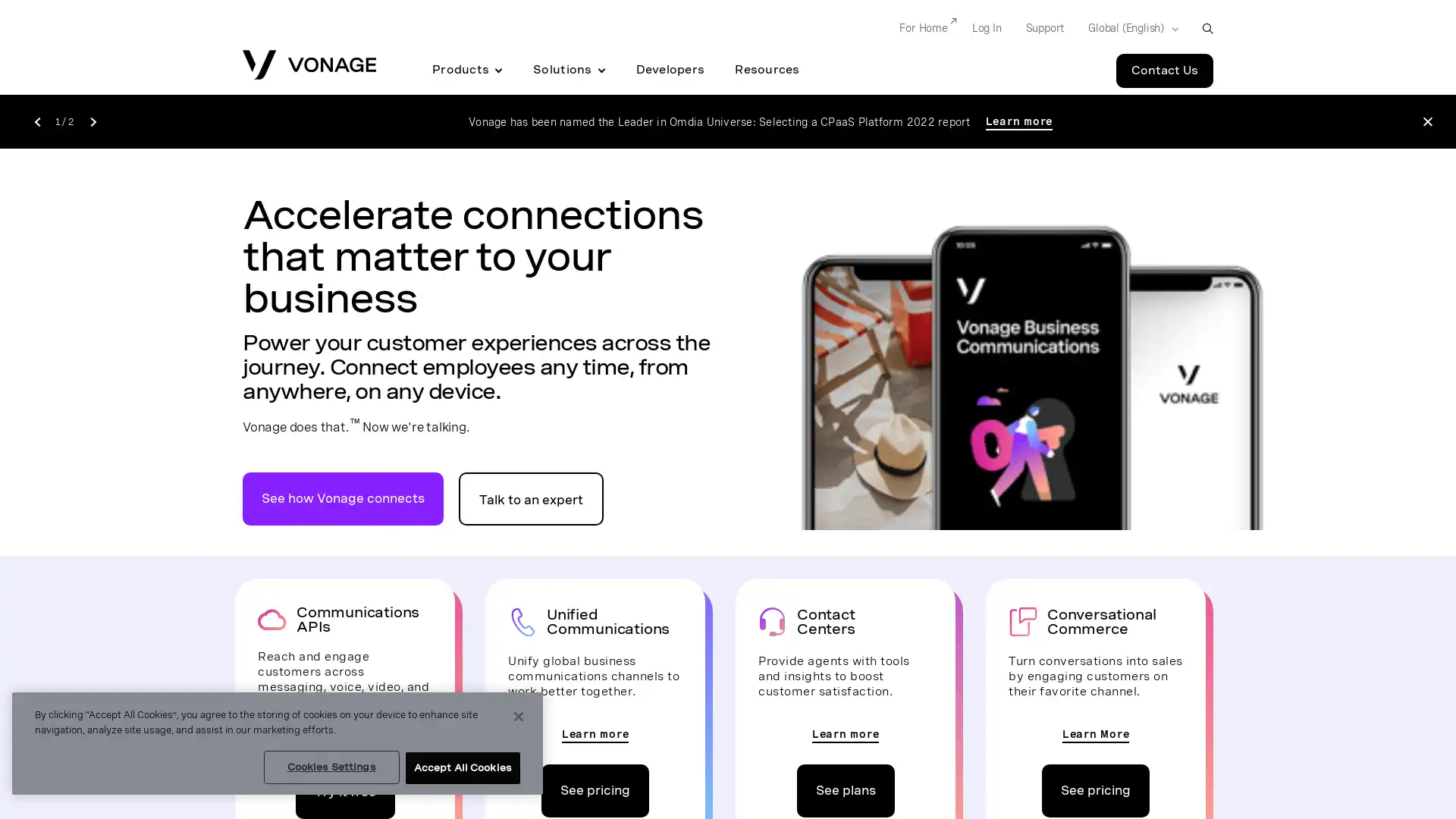  What do you see at coordinates (461, 768) in the screenshot?
I see `Accept All Cookies` at bounding box center [461, 768].